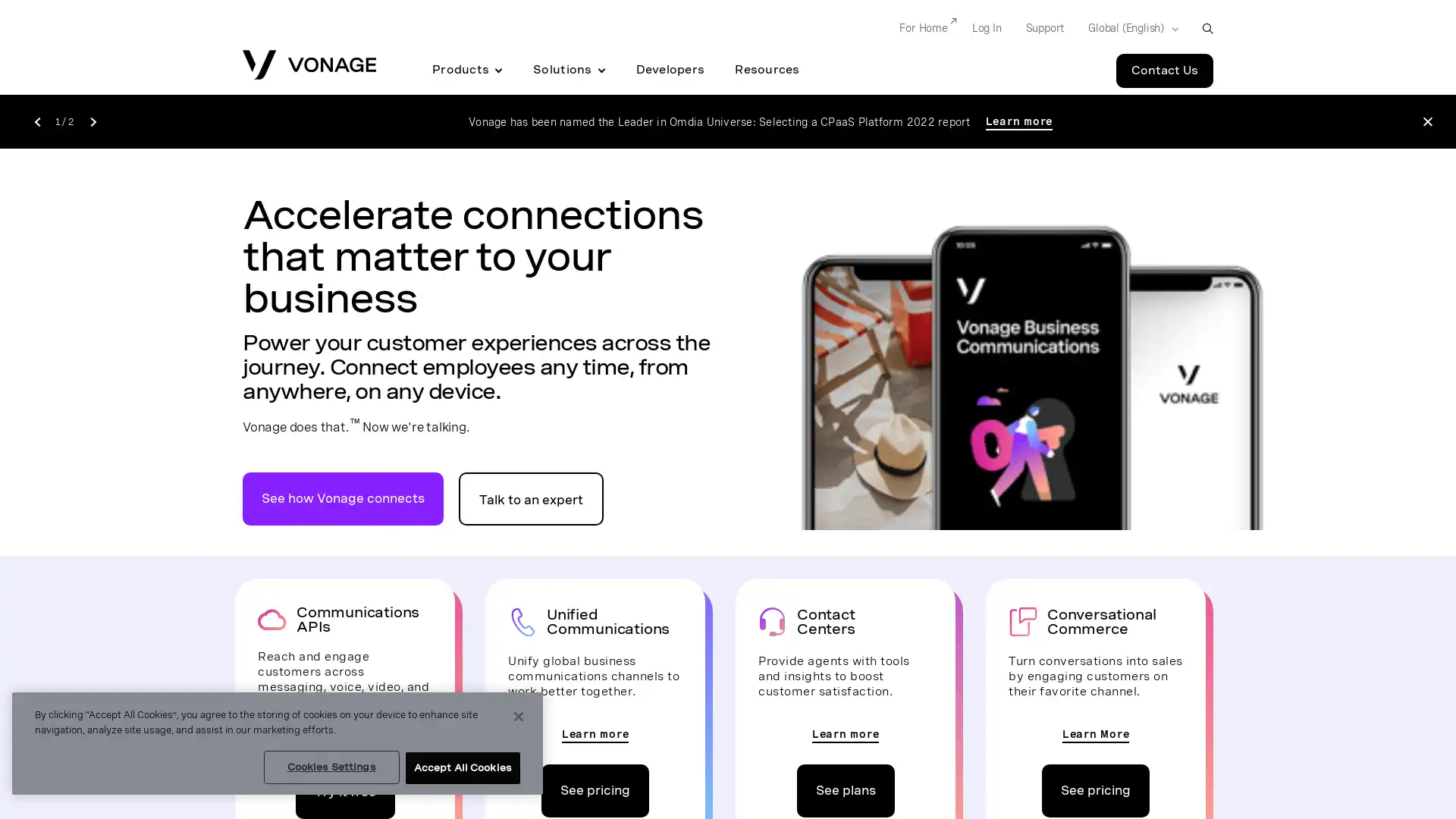  What do you see at coordinates (461, 768) in the screenshot?
I see `Accept All Cookies` at bounding box center [461, 768].